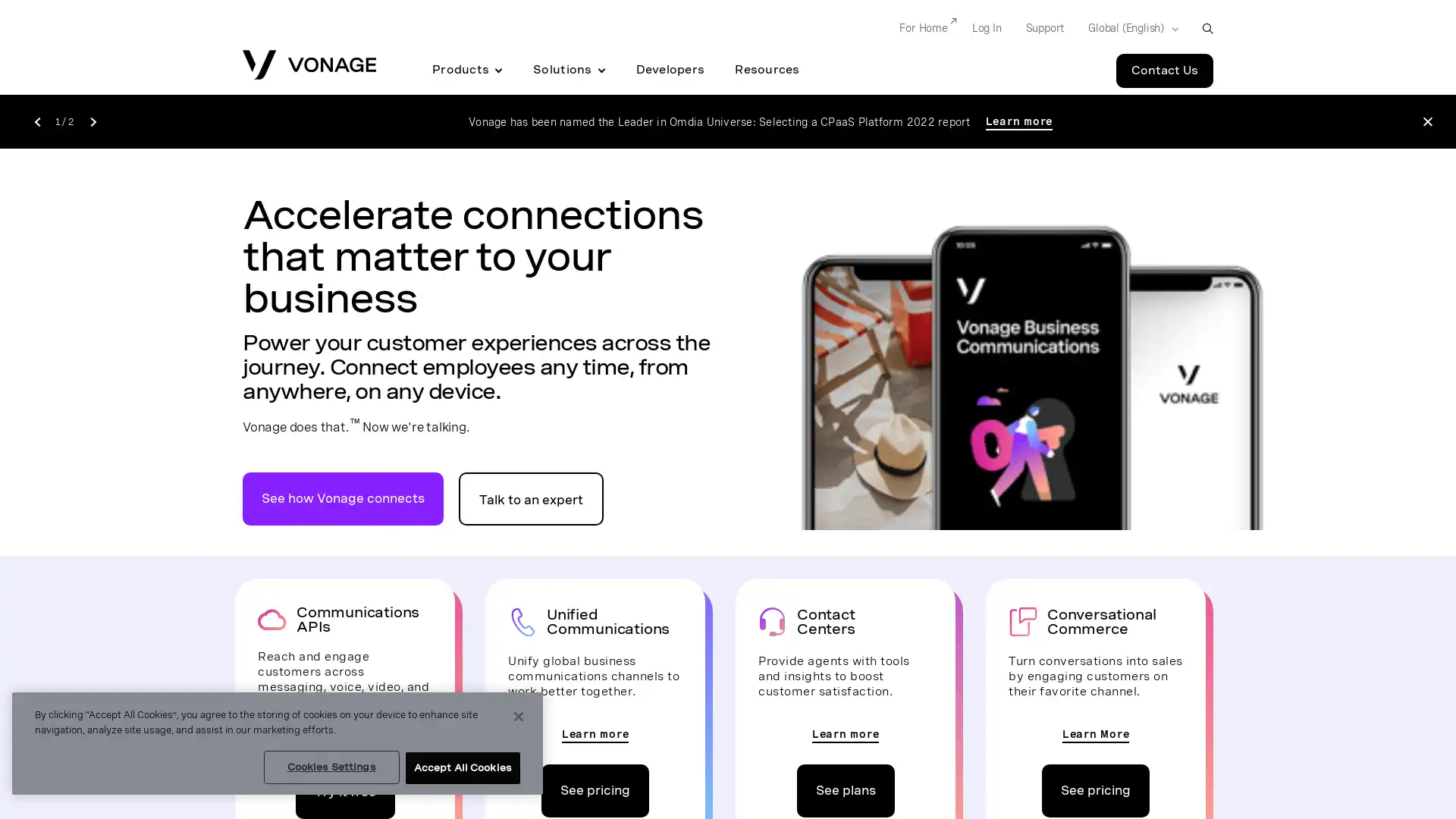  What do you see at coordinates (461, 768) in the screenshot?
I see `Accept All Cookies` at bounding box center [461, 768].